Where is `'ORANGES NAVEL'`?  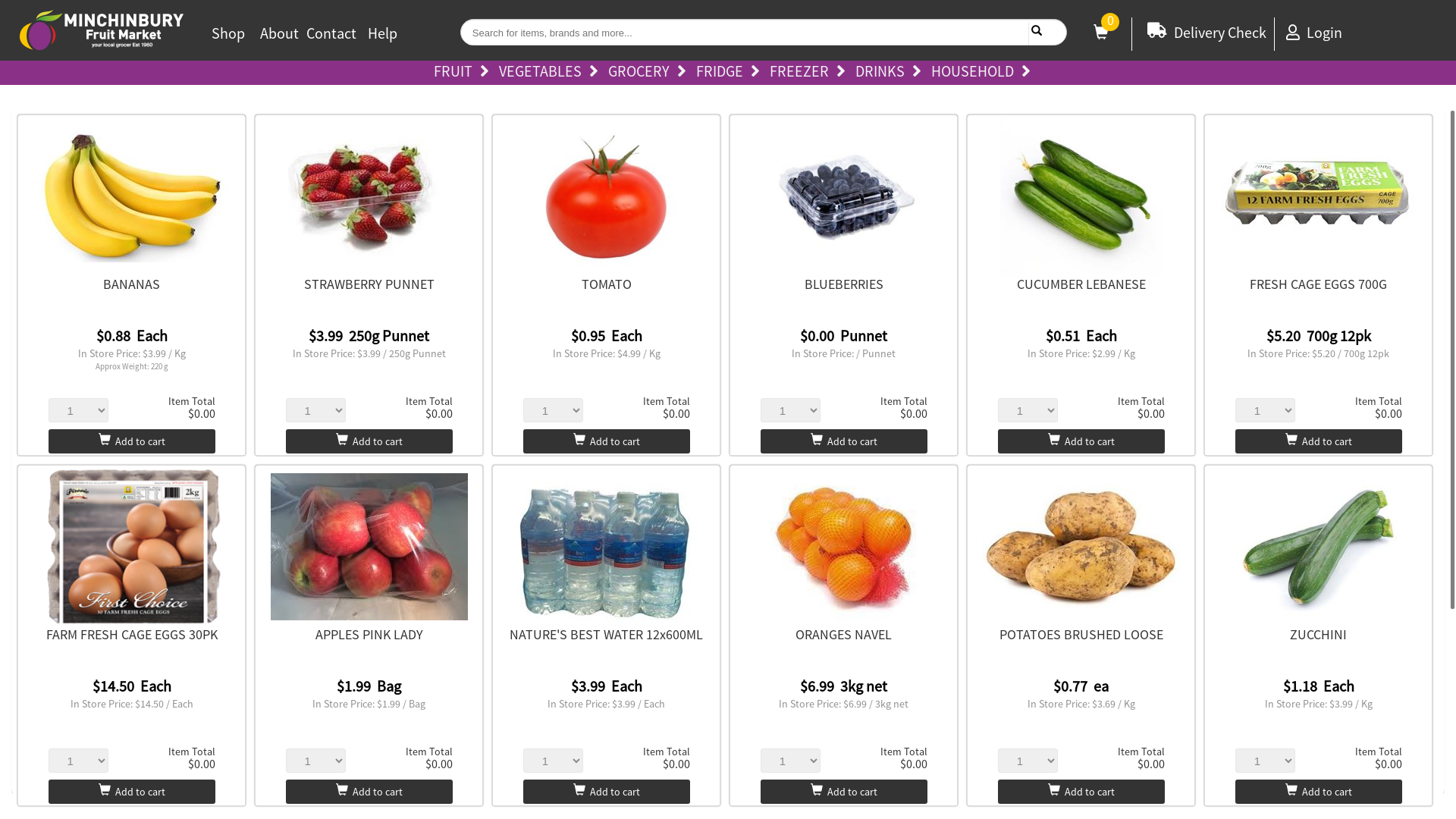 'ORANGES NAVEL' is located at coordinates (843, 634).